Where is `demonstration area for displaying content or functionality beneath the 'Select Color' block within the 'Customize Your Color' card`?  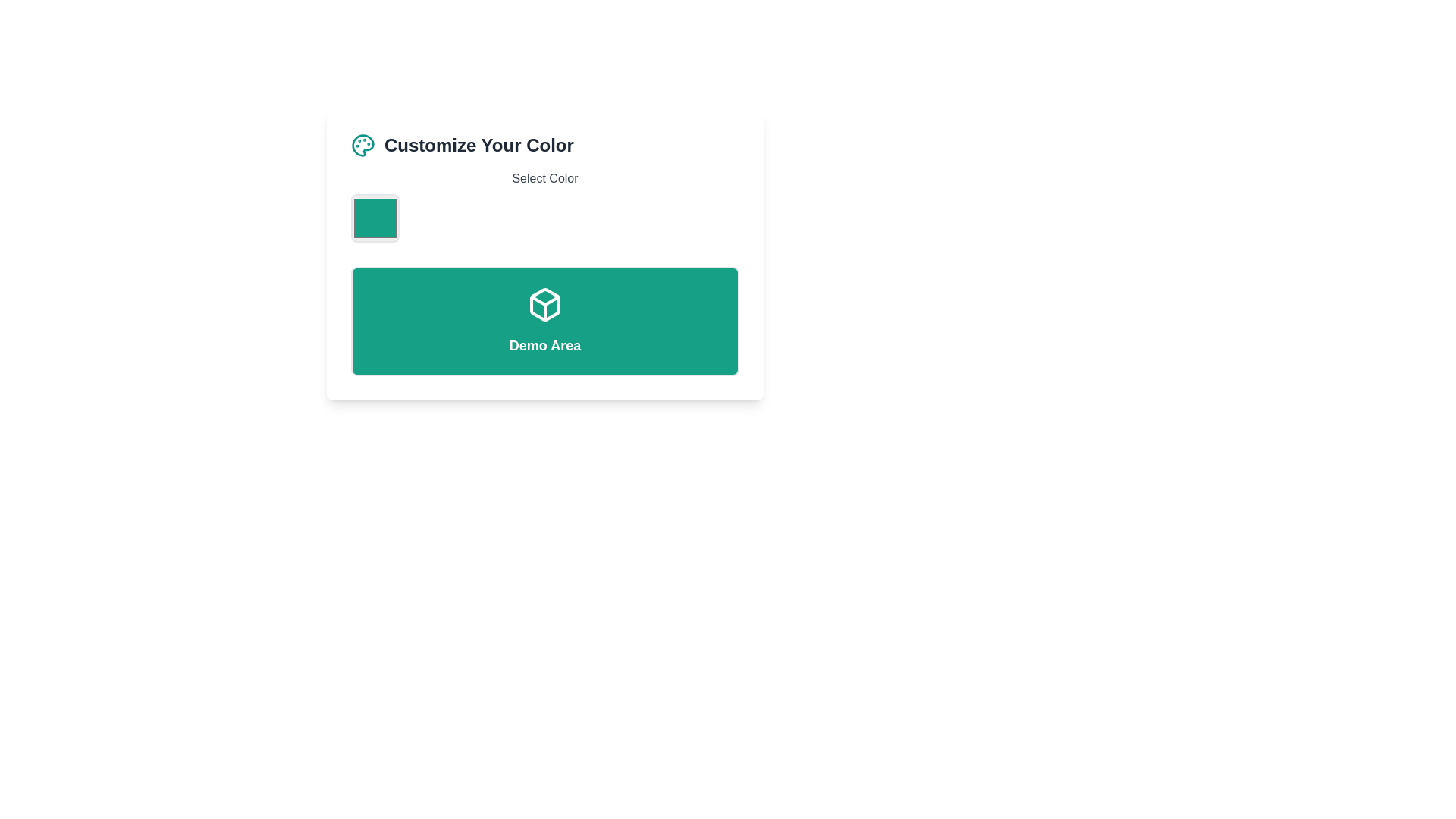 demonstration area for displaying content or functionality beneath the 'Select Color' block within the 'Customize Your Color' card is located at coordinates (545, 321).